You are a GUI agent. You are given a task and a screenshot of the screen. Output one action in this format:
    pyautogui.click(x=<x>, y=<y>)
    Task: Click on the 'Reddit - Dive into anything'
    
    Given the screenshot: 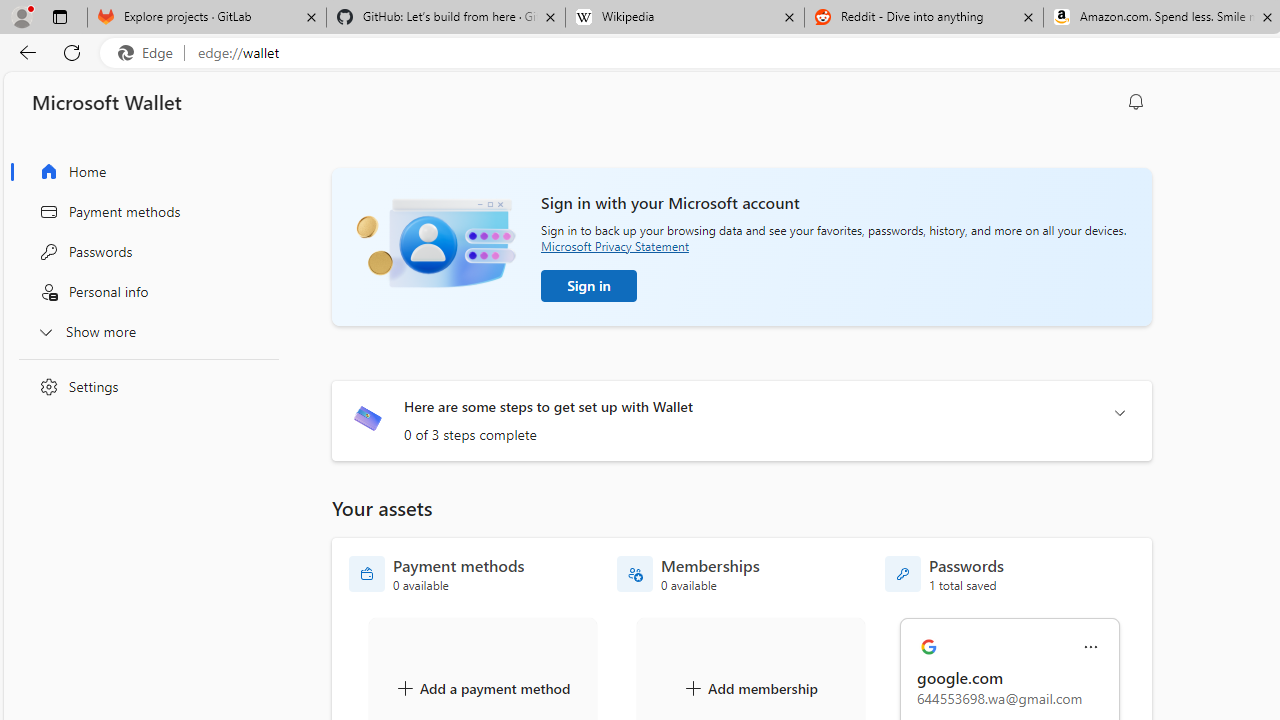 What is the action you would take?
    pyautogui.click(x=923, y=17)
    